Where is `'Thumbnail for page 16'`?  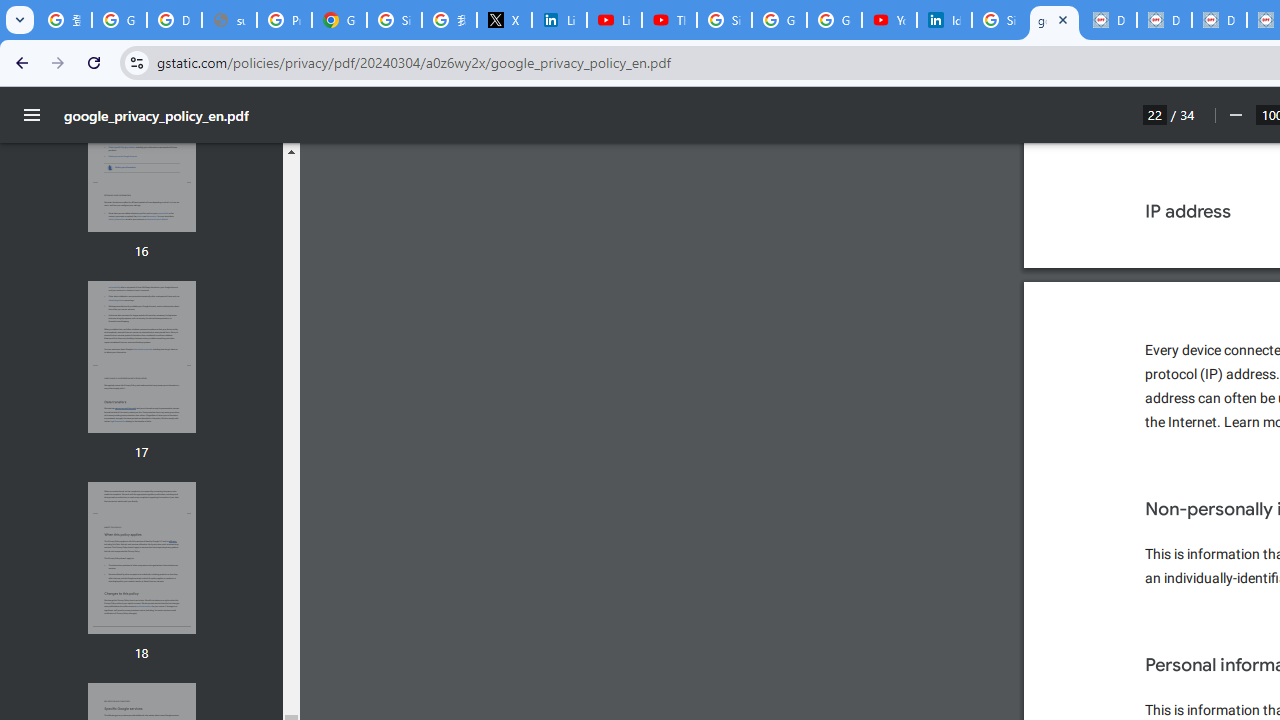
'Thumbnail for page 16' is located at coordinates (140, 155).